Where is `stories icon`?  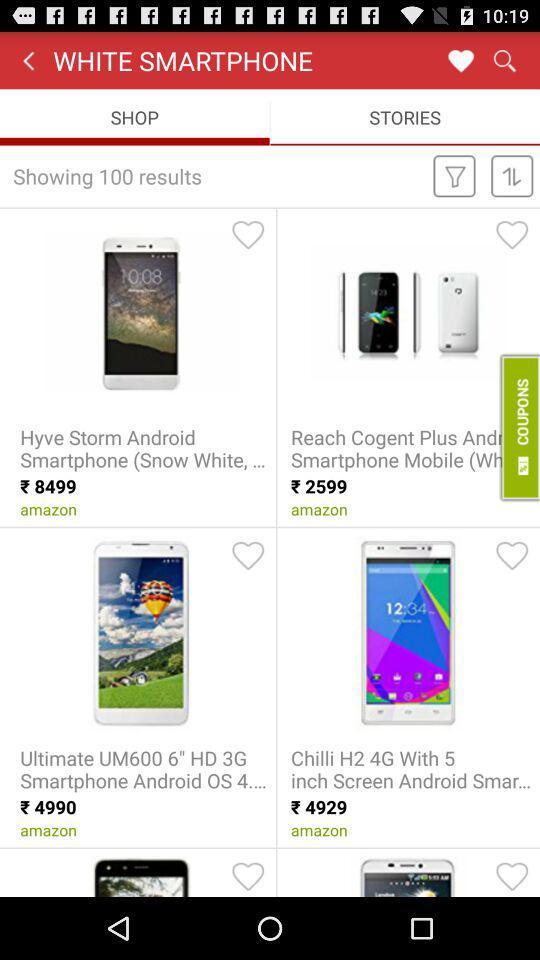 stories icon is located at coordinates (405, 117).